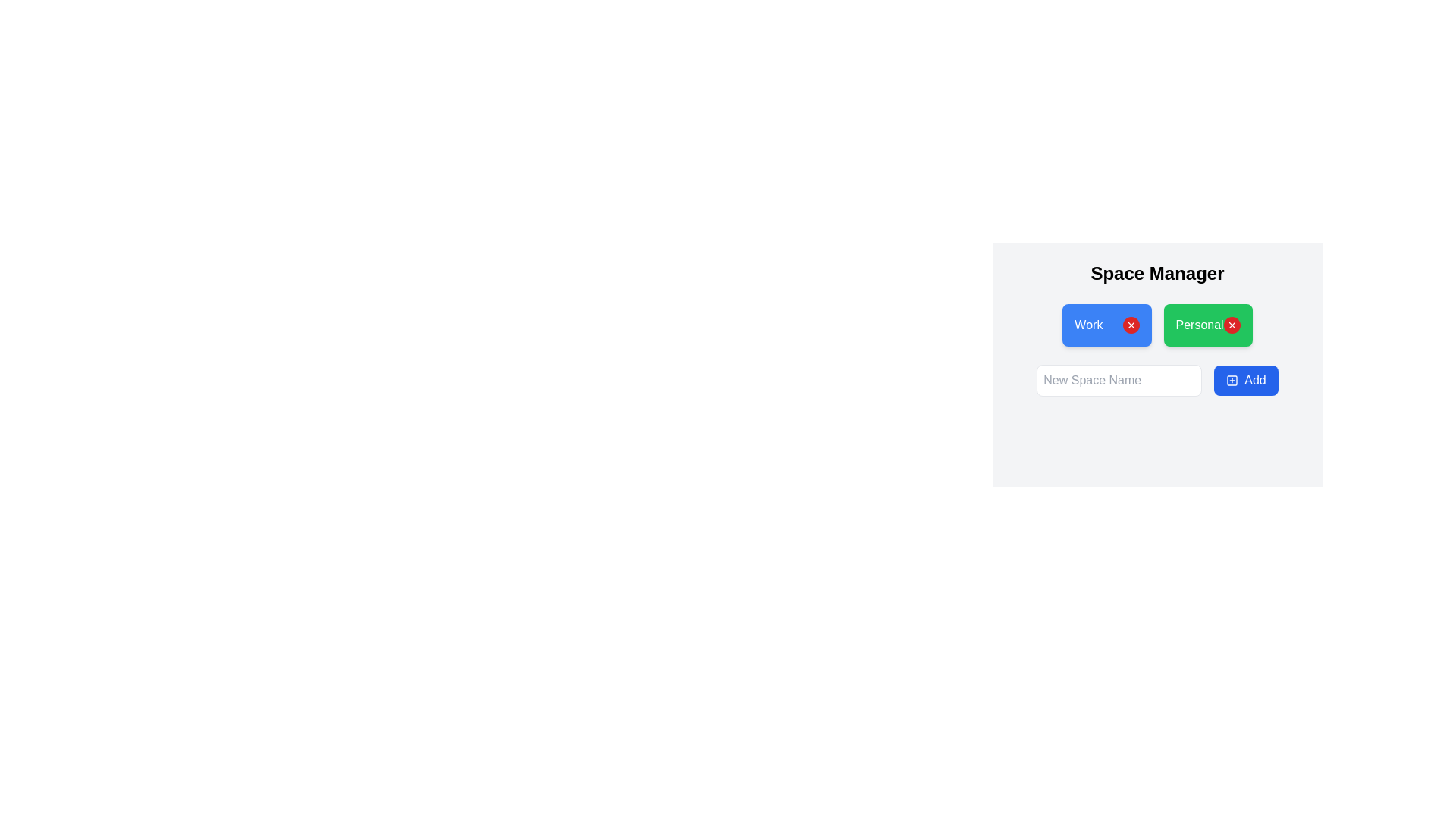 The height and width of the screenshot is (819, 1456). What do you see at coordinates (1087, 324) in the screenshot?
I see `the 'Work' text within the blue pill-shaped button on the left side of the top row in the 'Space Manager' interface` at bounding box center [1087, 324].